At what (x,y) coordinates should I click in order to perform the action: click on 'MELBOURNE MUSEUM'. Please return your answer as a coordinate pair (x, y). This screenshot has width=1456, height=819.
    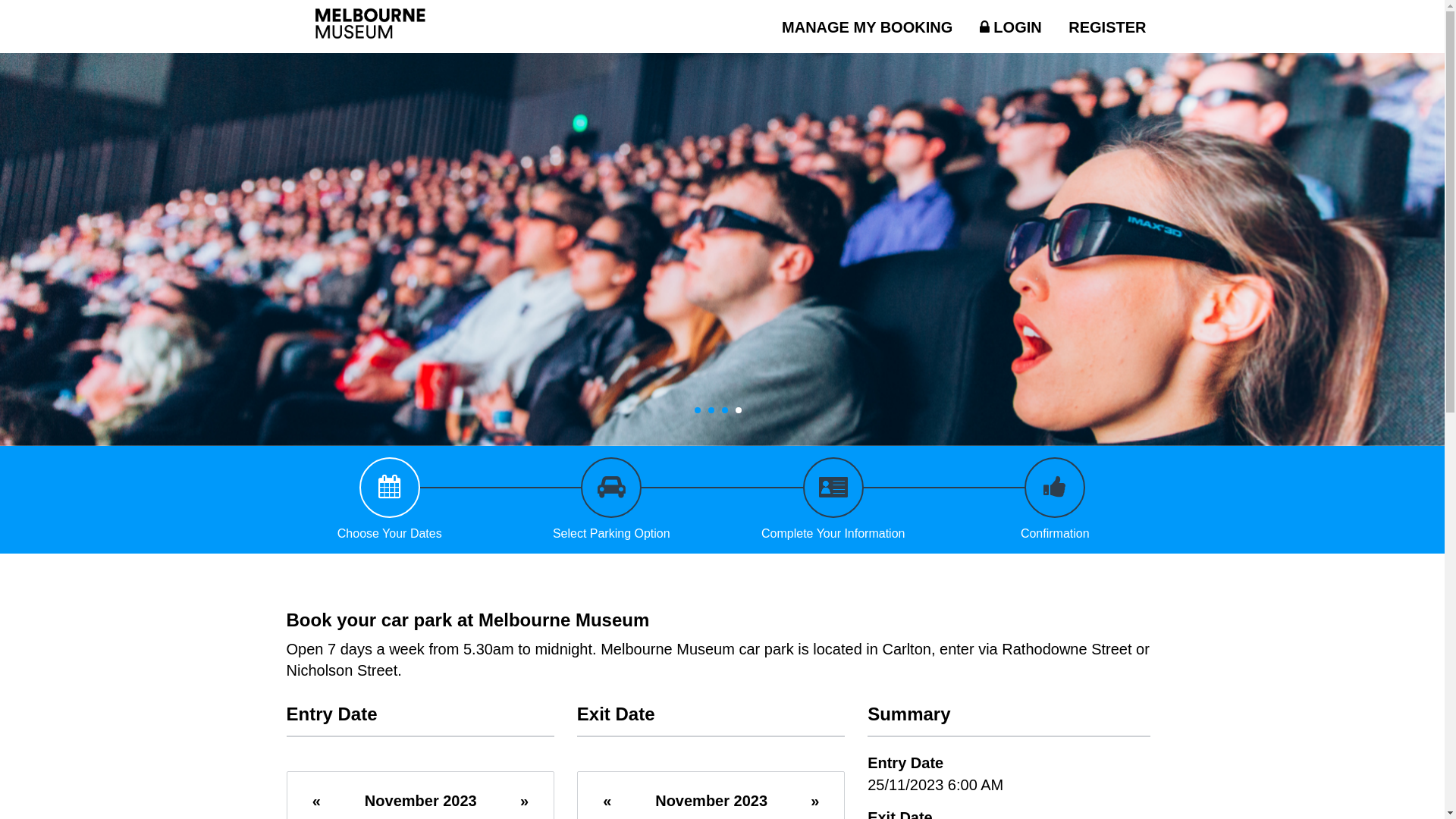
    Looking at the image, I should click on (294, 26).